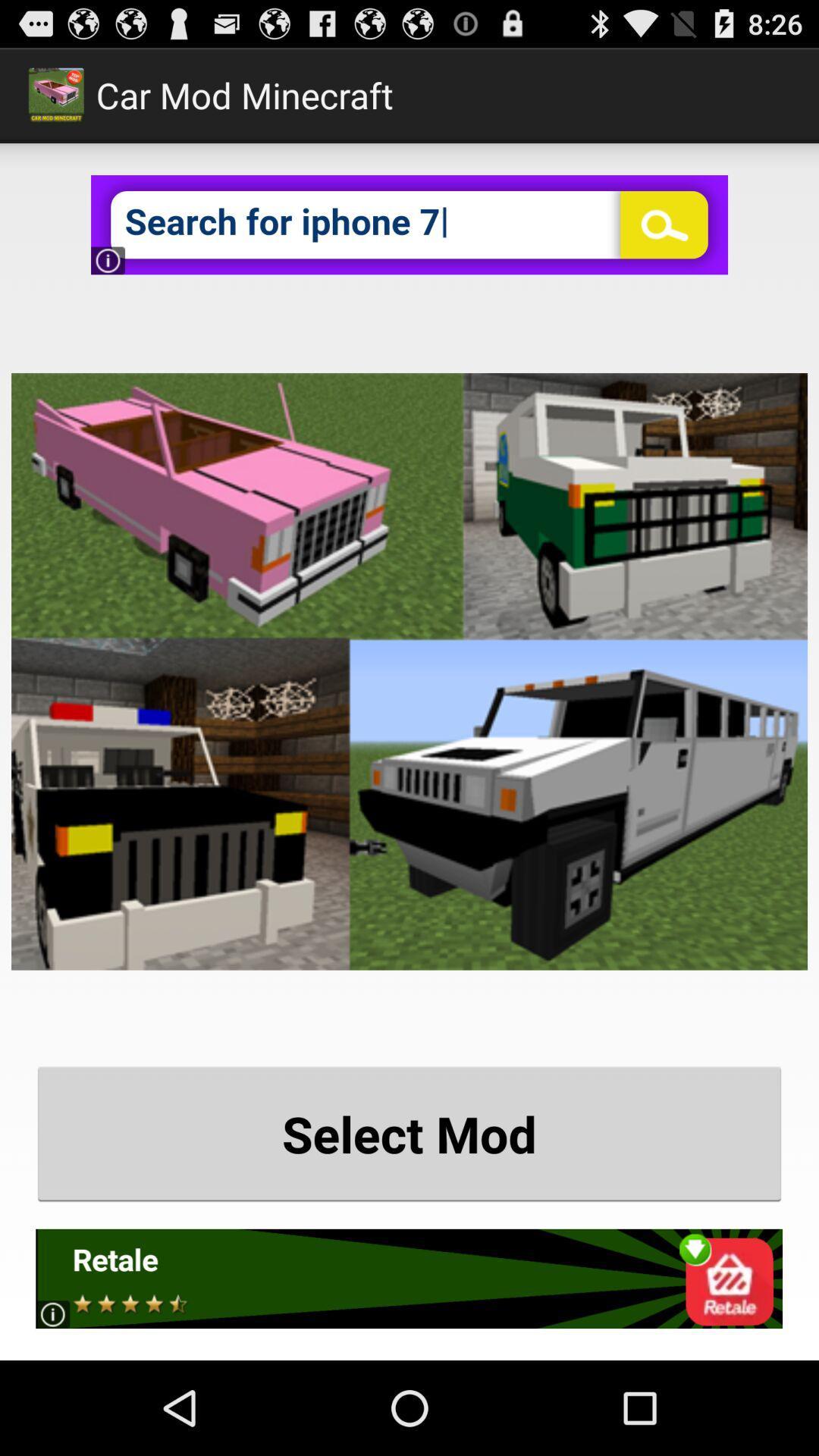 The width and height of the screenshot is (819, 1456). I want to click on the item at the top, so click(409, 224).